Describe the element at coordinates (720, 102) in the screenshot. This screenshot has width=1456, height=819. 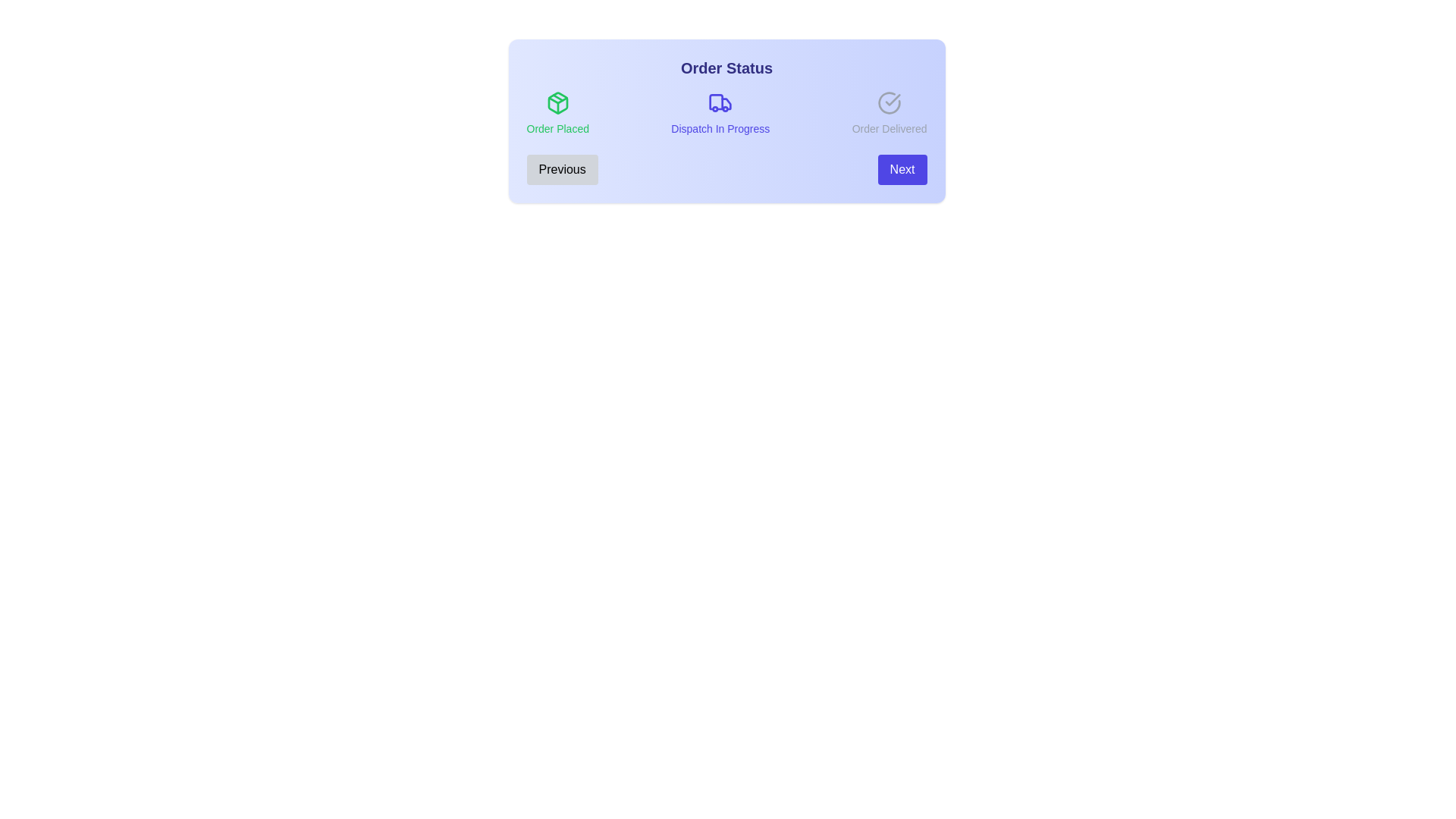
I see `the blue truck icon representing 'Dispatch In Progress' in the 'Order Status' section` at that location.